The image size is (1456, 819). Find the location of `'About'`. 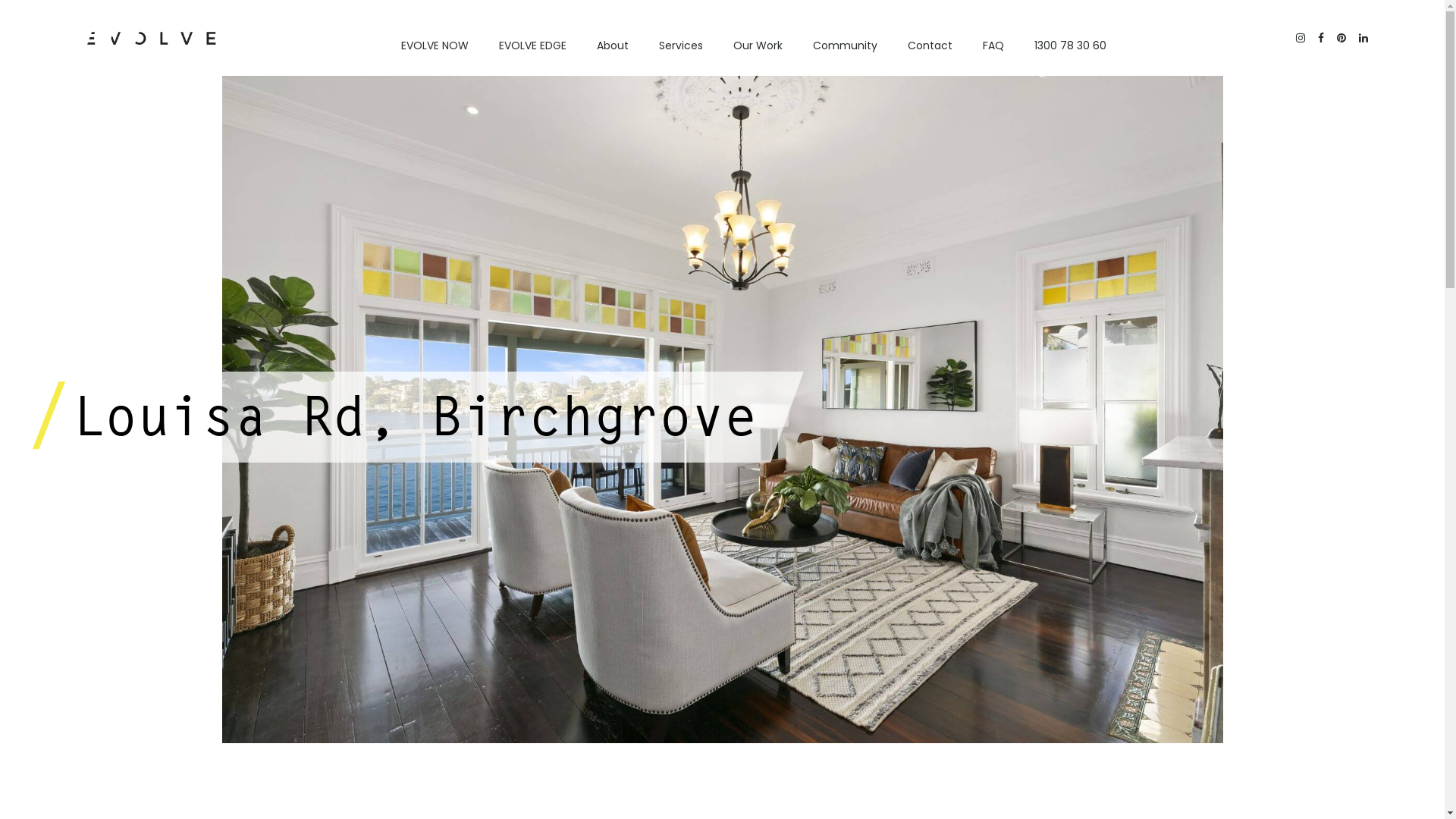

'About' is located at coordinates (612, 45).